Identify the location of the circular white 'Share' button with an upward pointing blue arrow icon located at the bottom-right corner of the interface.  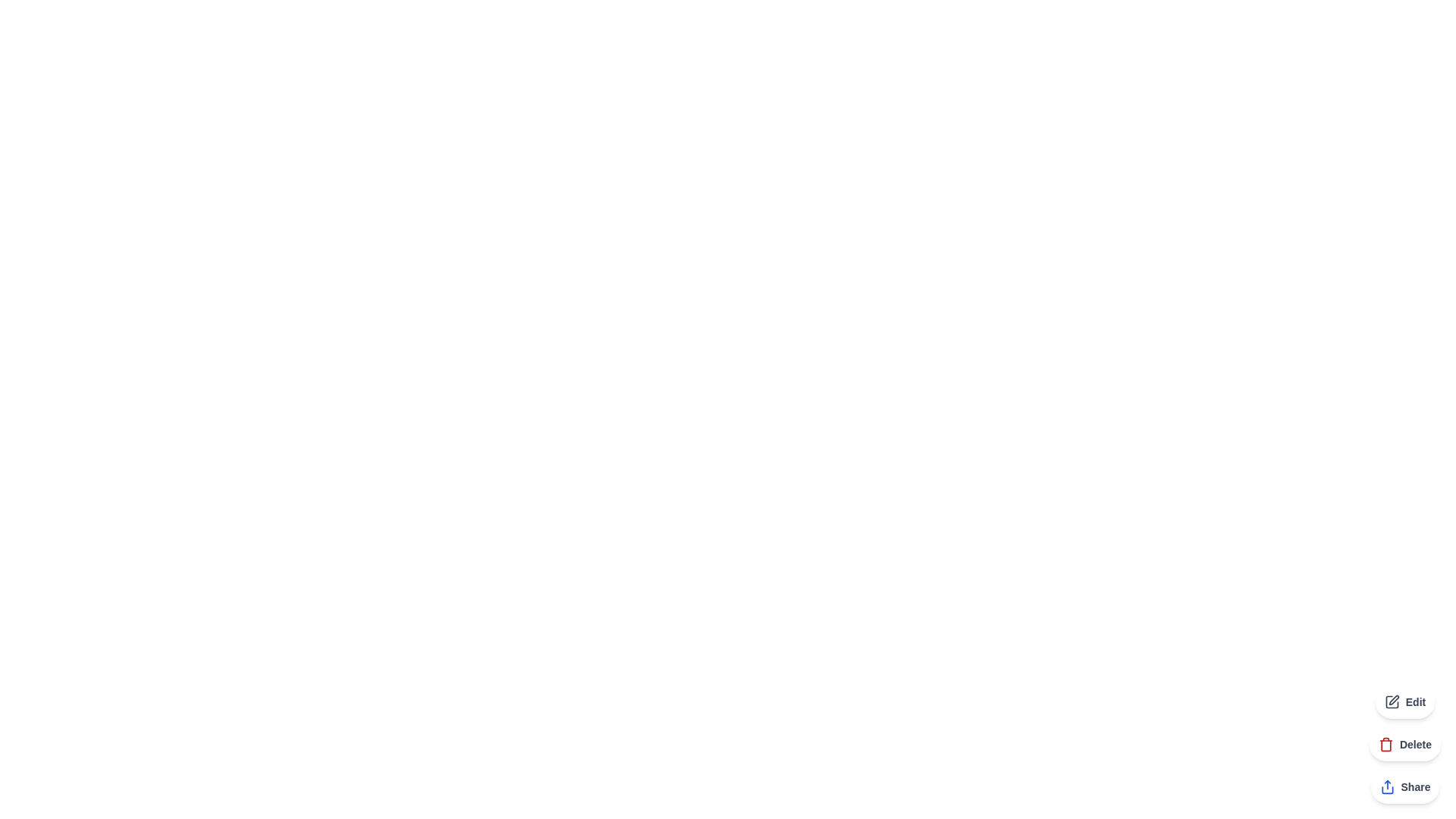
(1404, 786).